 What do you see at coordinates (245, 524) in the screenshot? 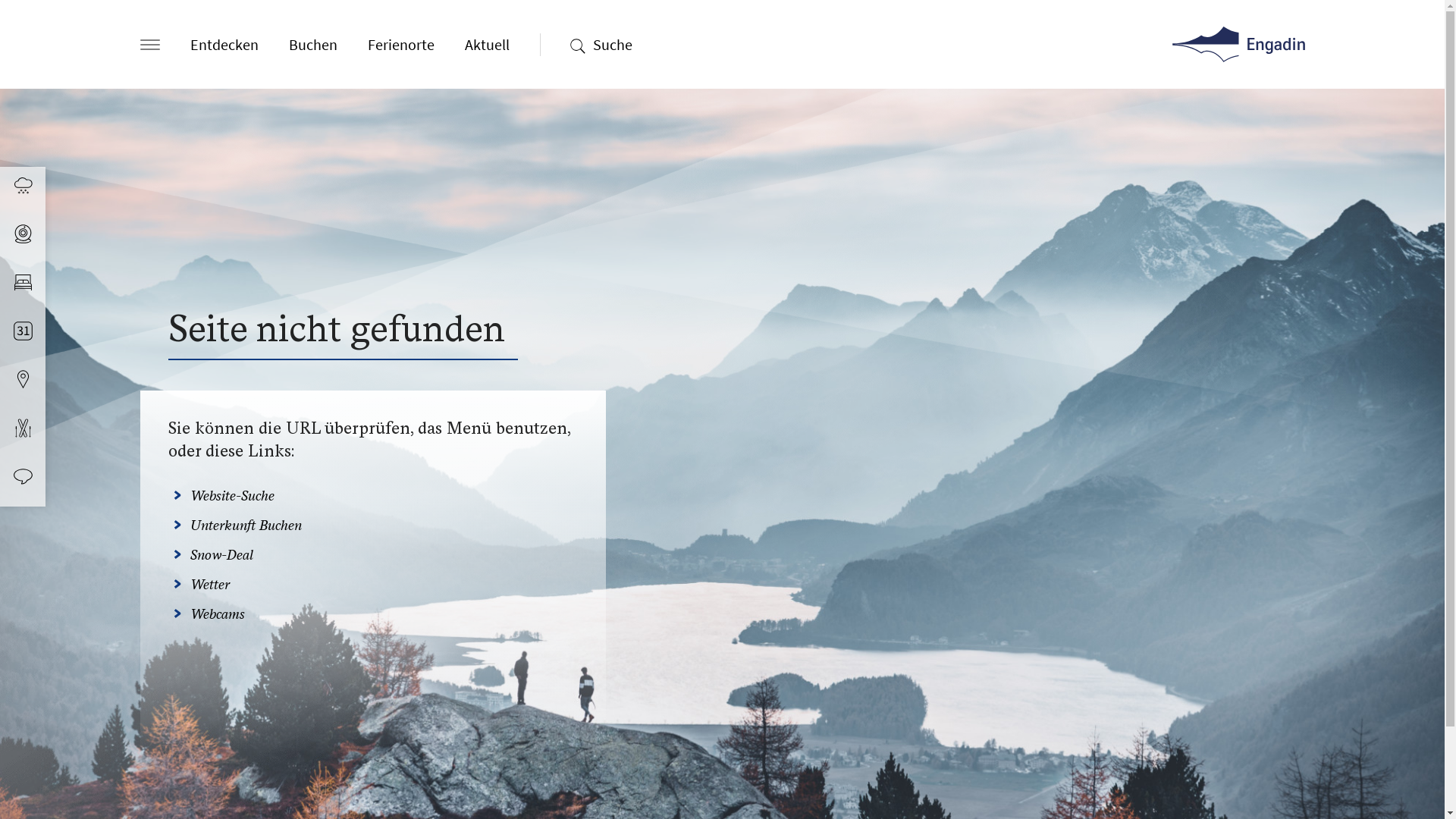
I see `'Unterkunft Buchen'` at bounding box center [245, 524].